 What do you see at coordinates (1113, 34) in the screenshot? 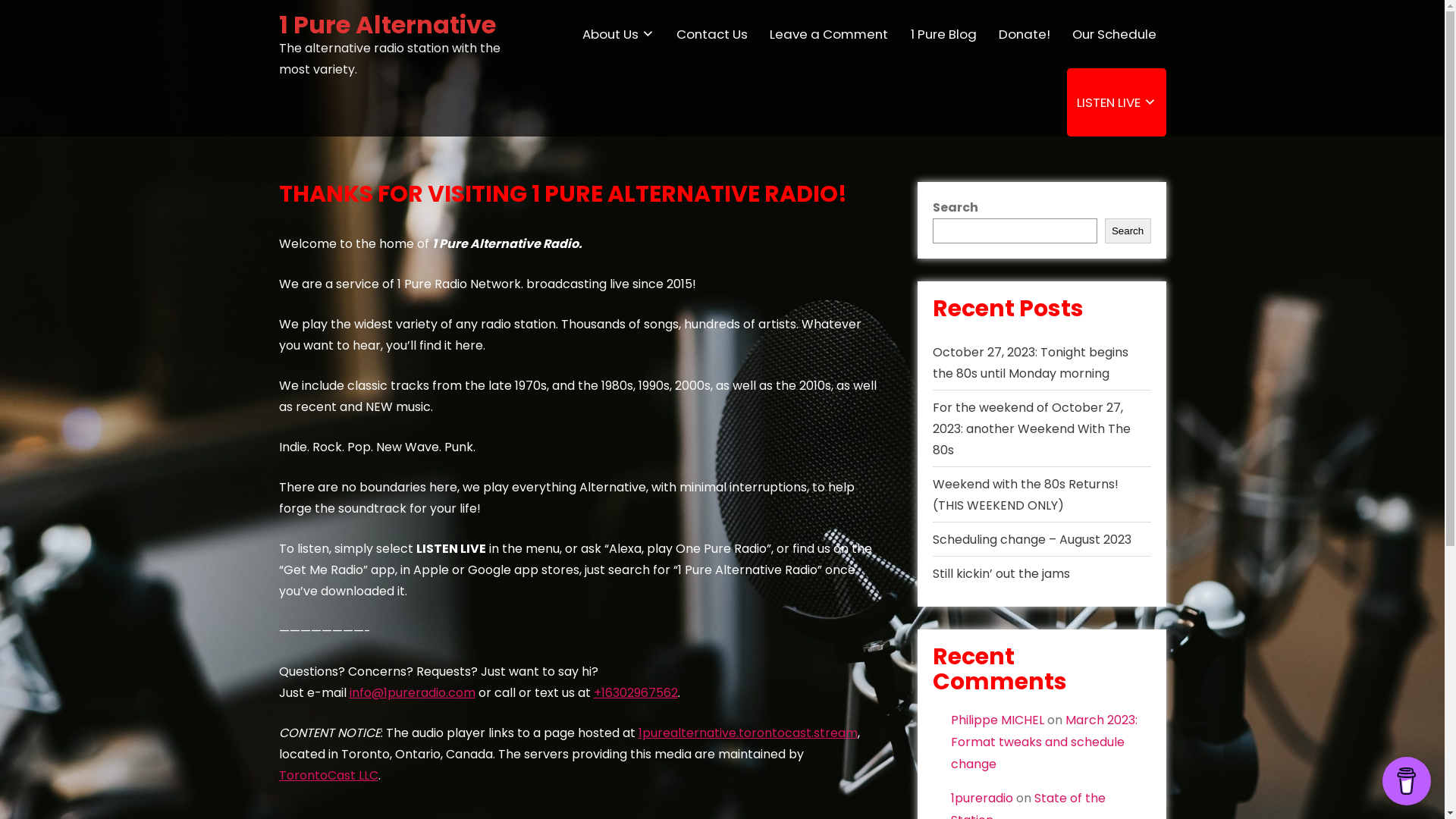
I see `'Our Schedule'` at bounding box center [1113, 34].